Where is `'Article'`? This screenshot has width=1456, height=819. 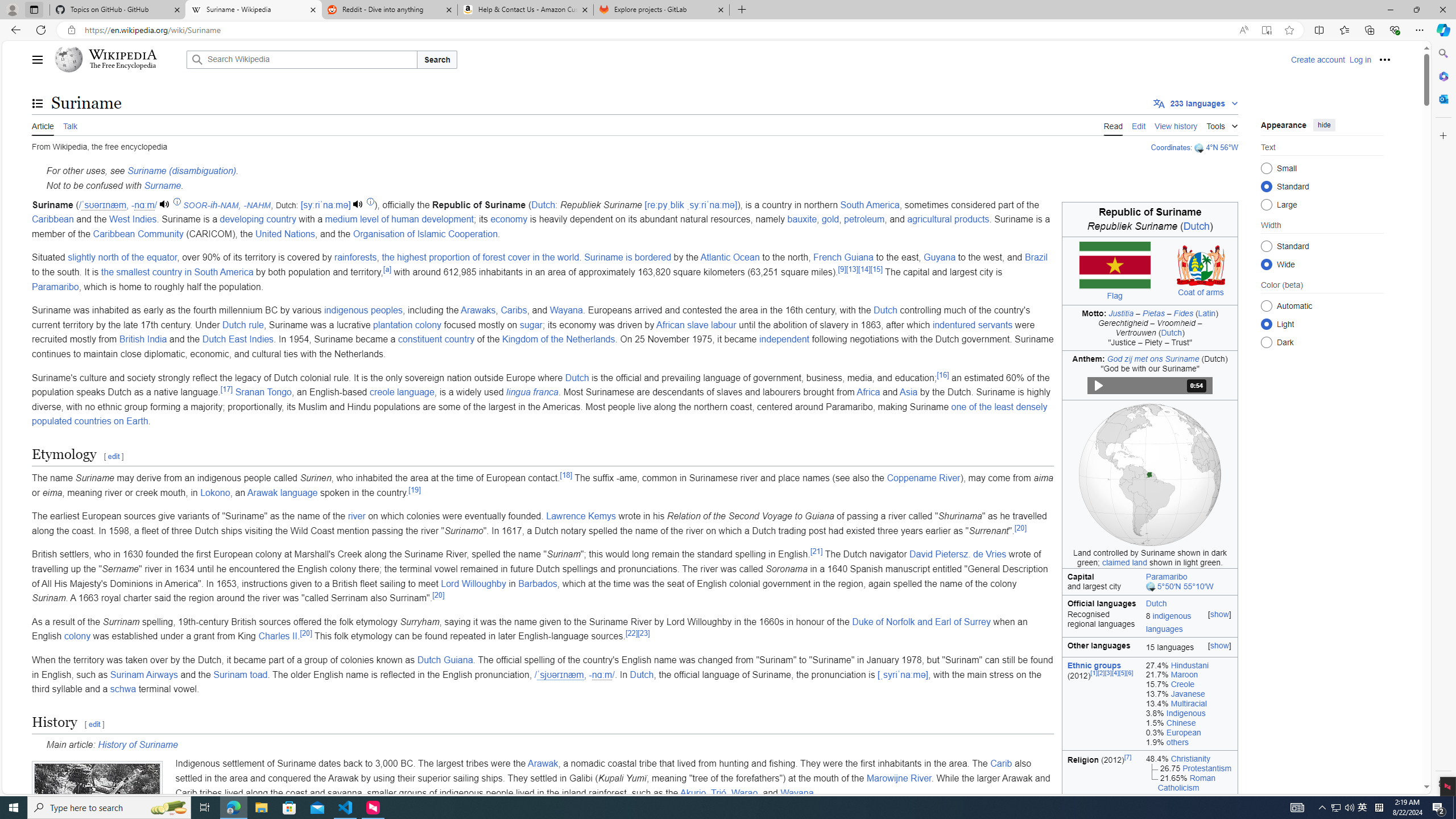
'Article' is located at coordinates (42, 125).